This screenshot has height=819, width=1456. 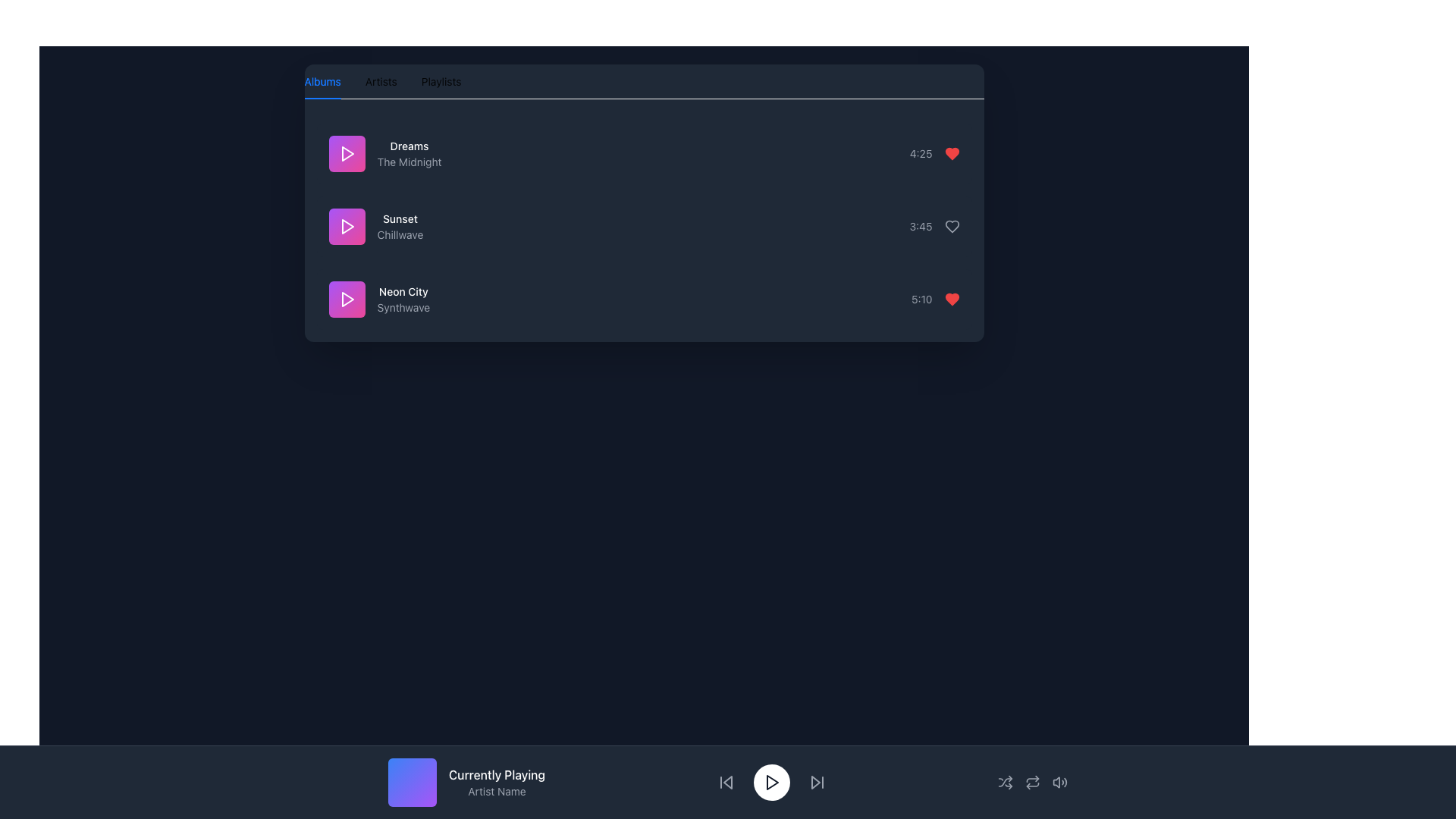 What do you see at coordinates (920, 227) in the screenshot?
I see `the gray-colored static text label displaying the track duration '3:45', which is positioned to the left of a heart-shaped icon in the middle section of the track entry list` at bounding box center [920, 227].